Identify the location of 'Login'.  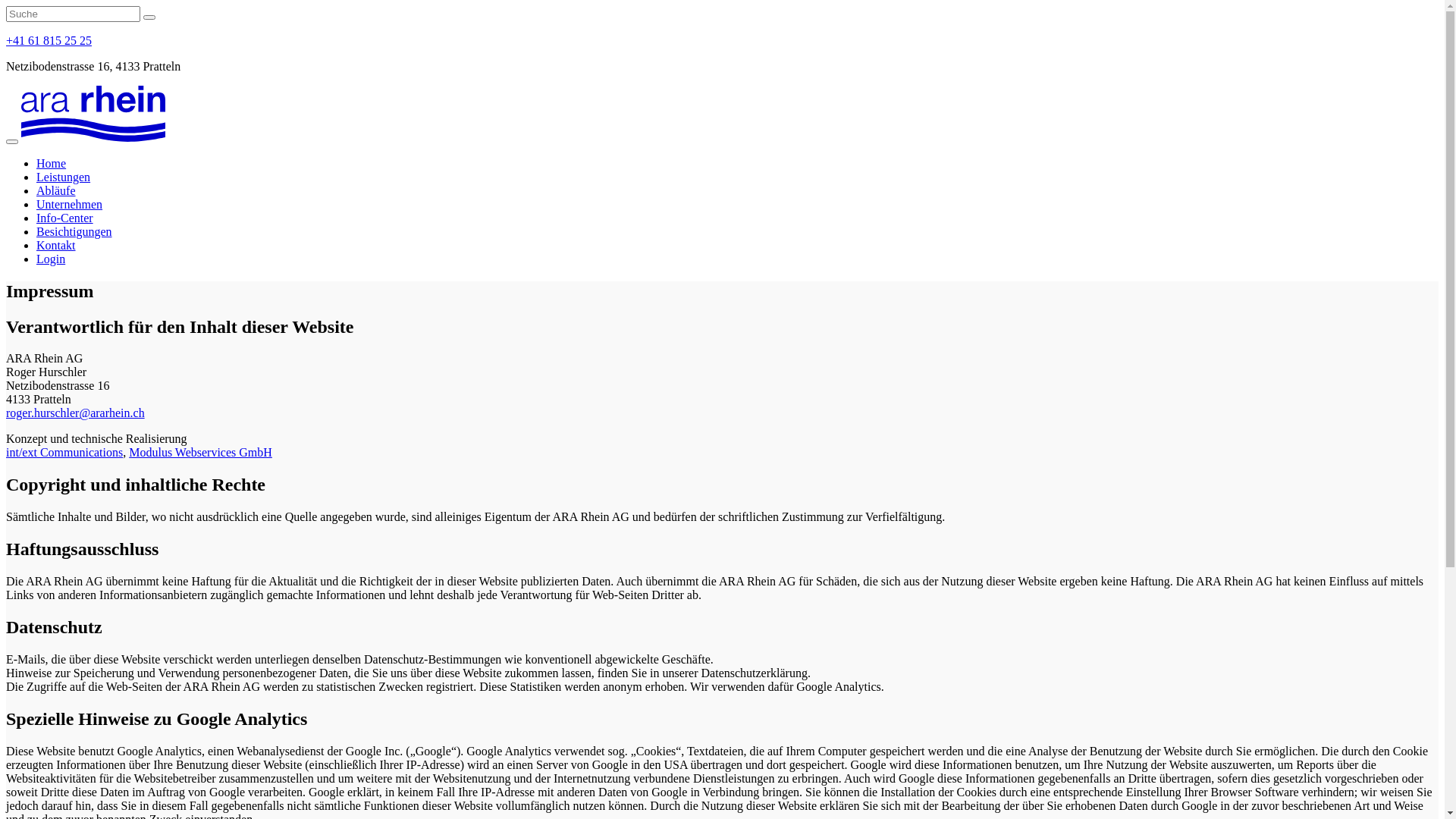
(51, 258).